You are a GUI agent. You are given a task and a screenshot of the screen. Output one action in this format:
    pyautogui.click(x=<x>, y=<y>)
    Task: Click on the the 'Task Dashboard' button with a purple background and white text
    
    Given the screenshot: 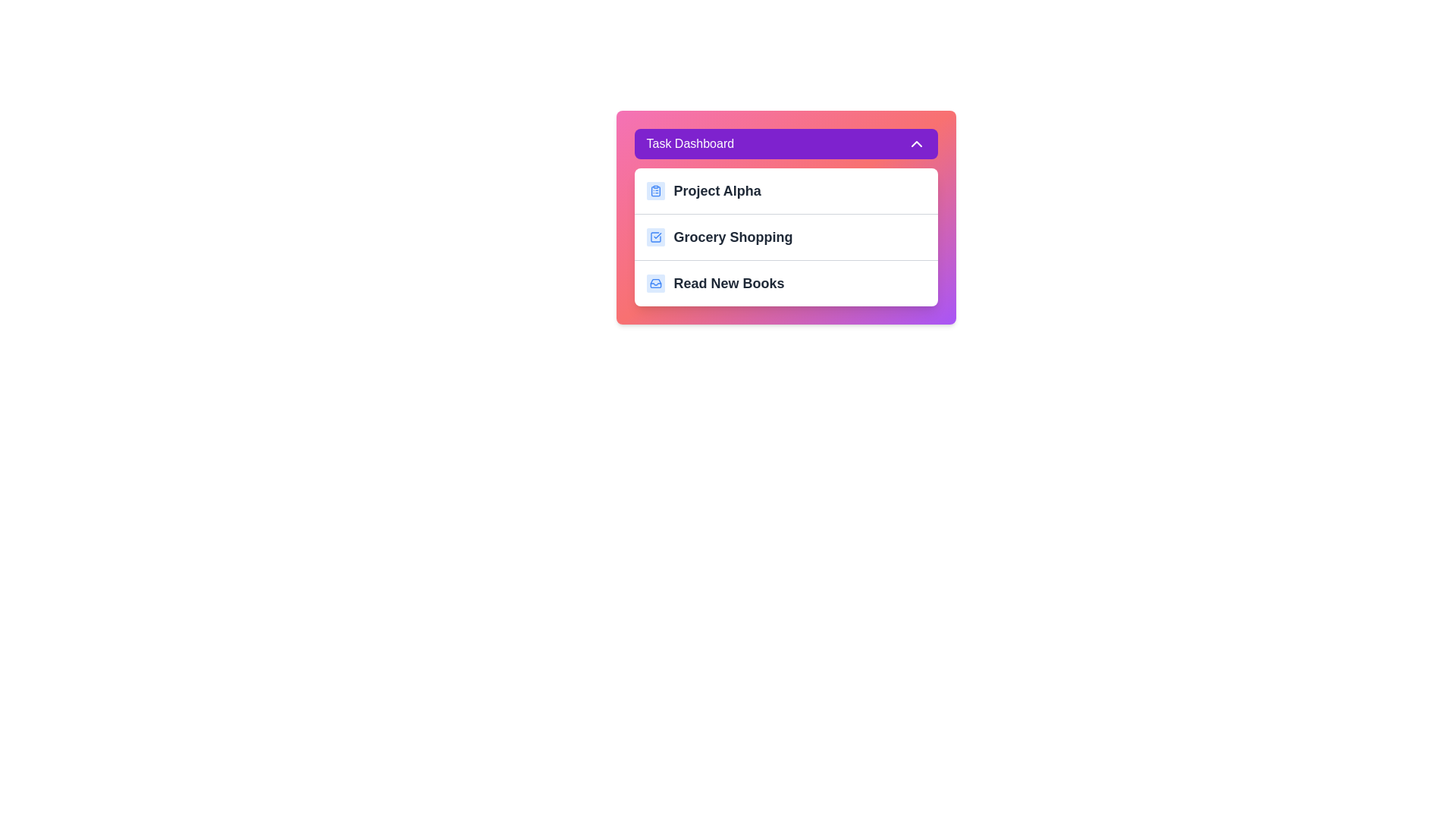 What is the action you would take?
    pyautogui.click(x=786, y=143)
    